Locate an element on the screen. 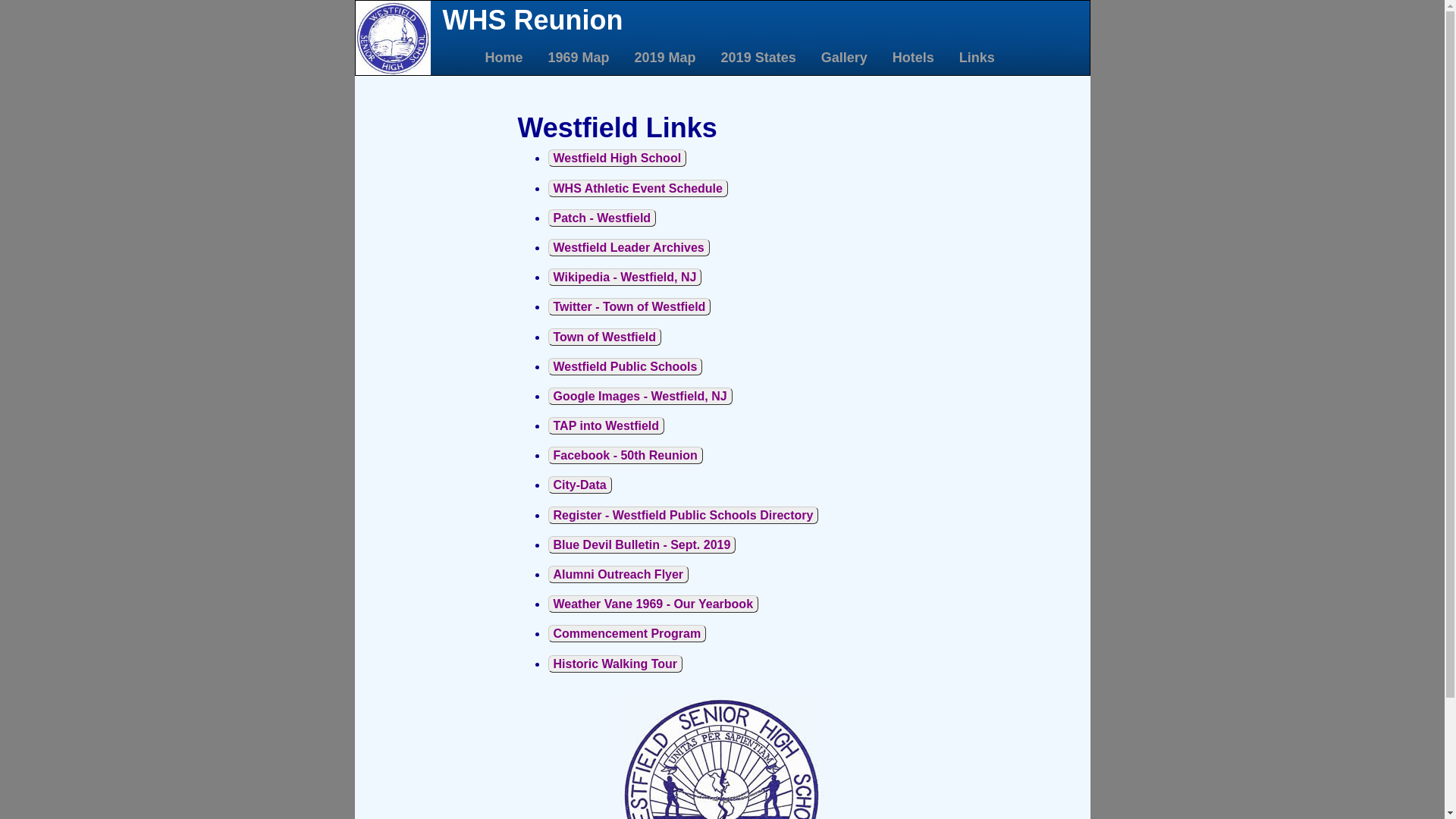 Image resolution: width=1456 pixels, height=819 pixels. '1969 Map' is located at coordinates (534, 57).